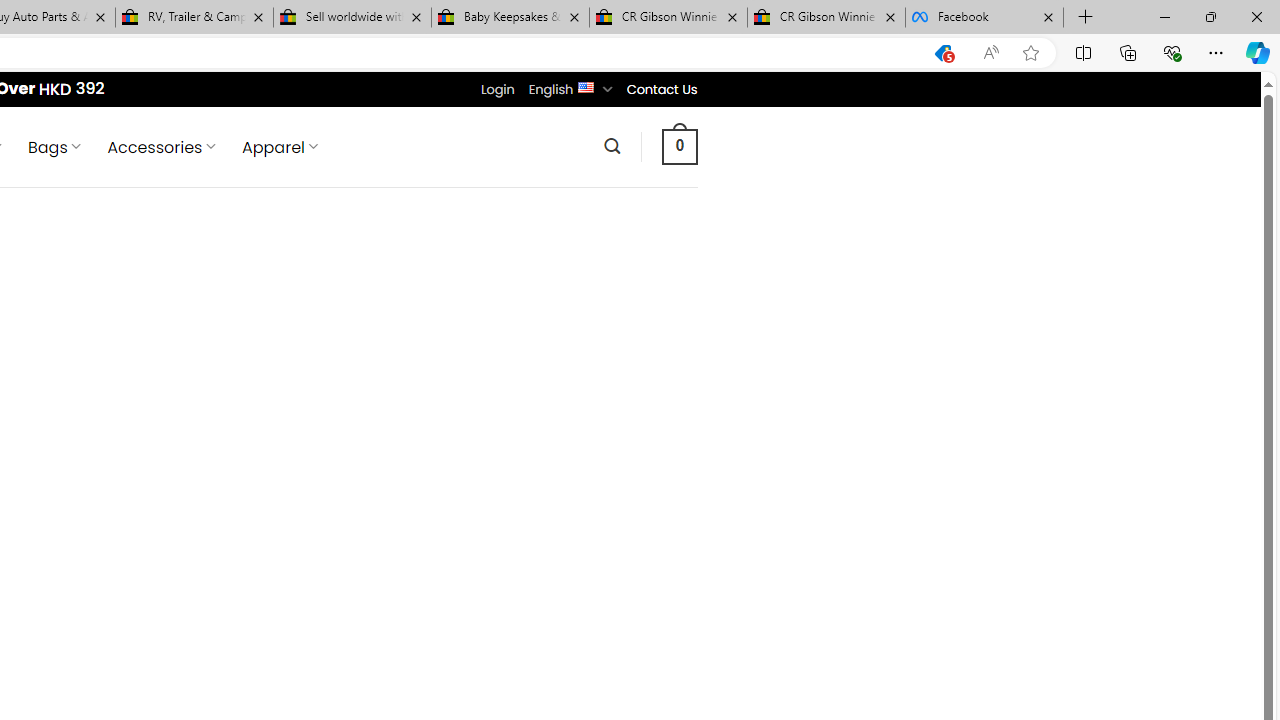  I want to click on ' 0 ', so click(679, 145).